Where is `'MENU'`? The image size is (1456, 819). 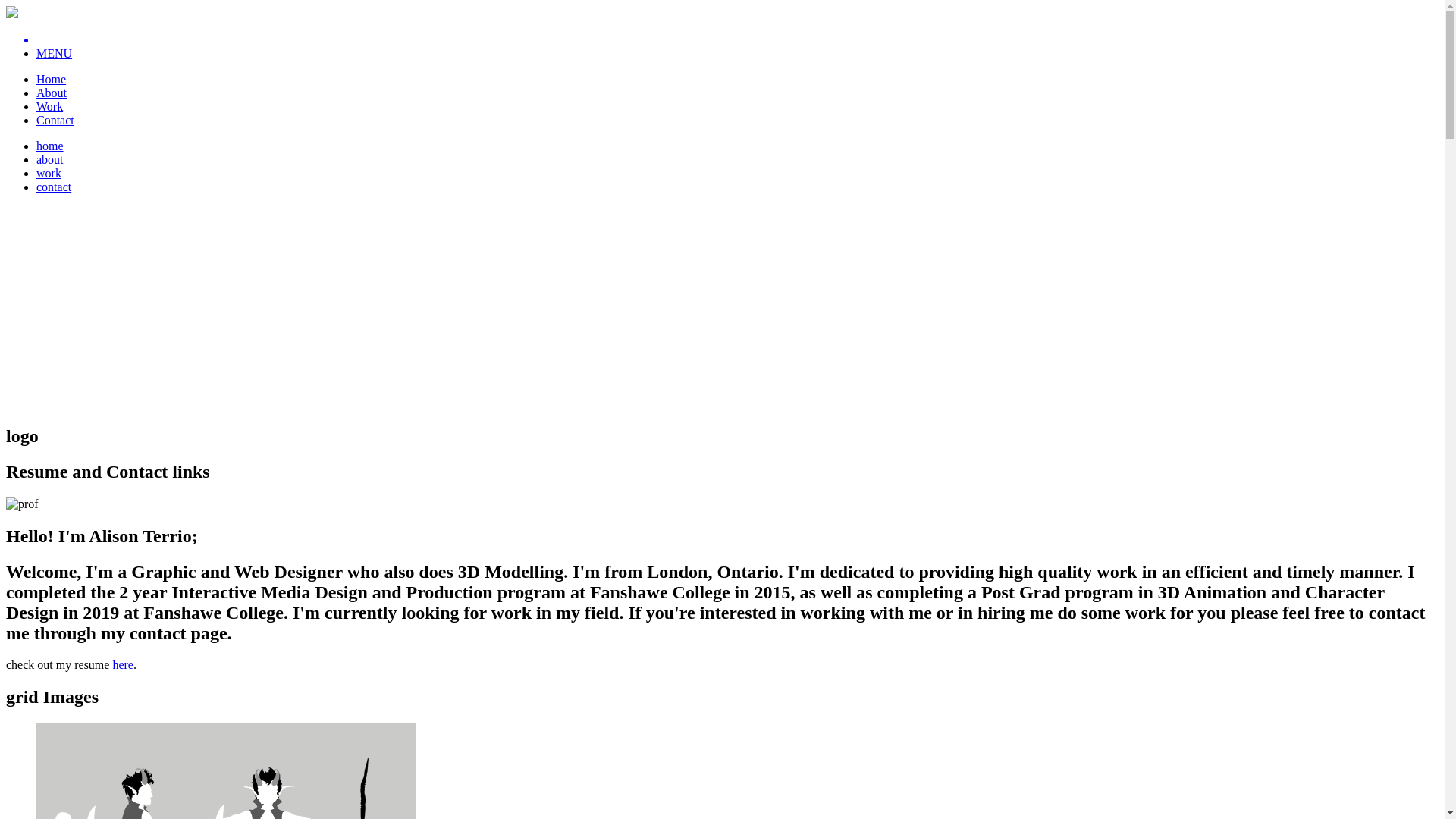 'MENU' is located at coordinates (36, 52).